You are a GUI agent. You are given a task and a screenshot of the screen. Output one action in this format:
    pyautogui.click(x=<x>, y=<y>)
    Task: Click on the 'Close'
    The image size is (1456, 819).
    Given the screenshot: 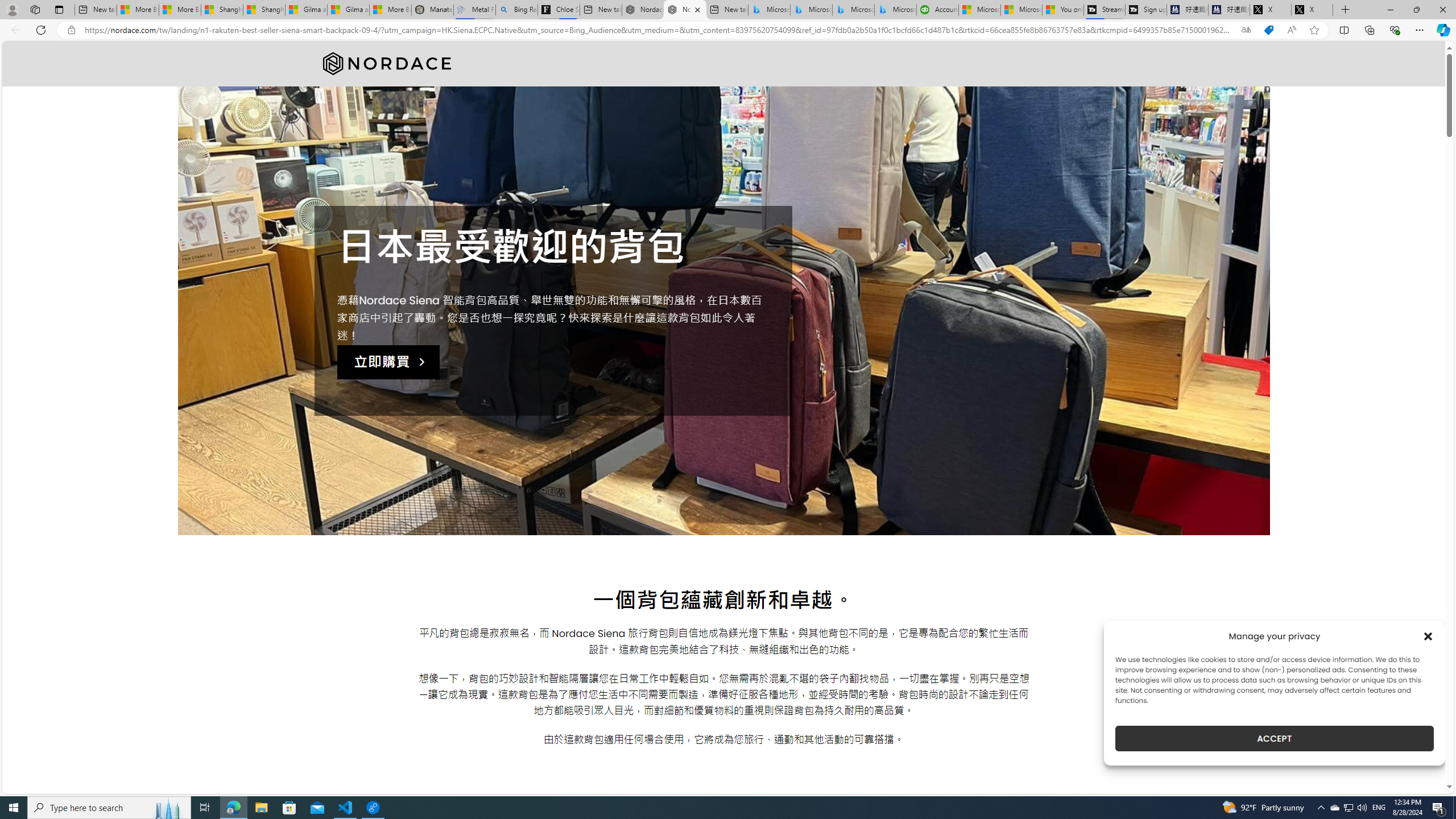 What is the action you would take?
    pyautogui.click(x=1442, y=9)
    